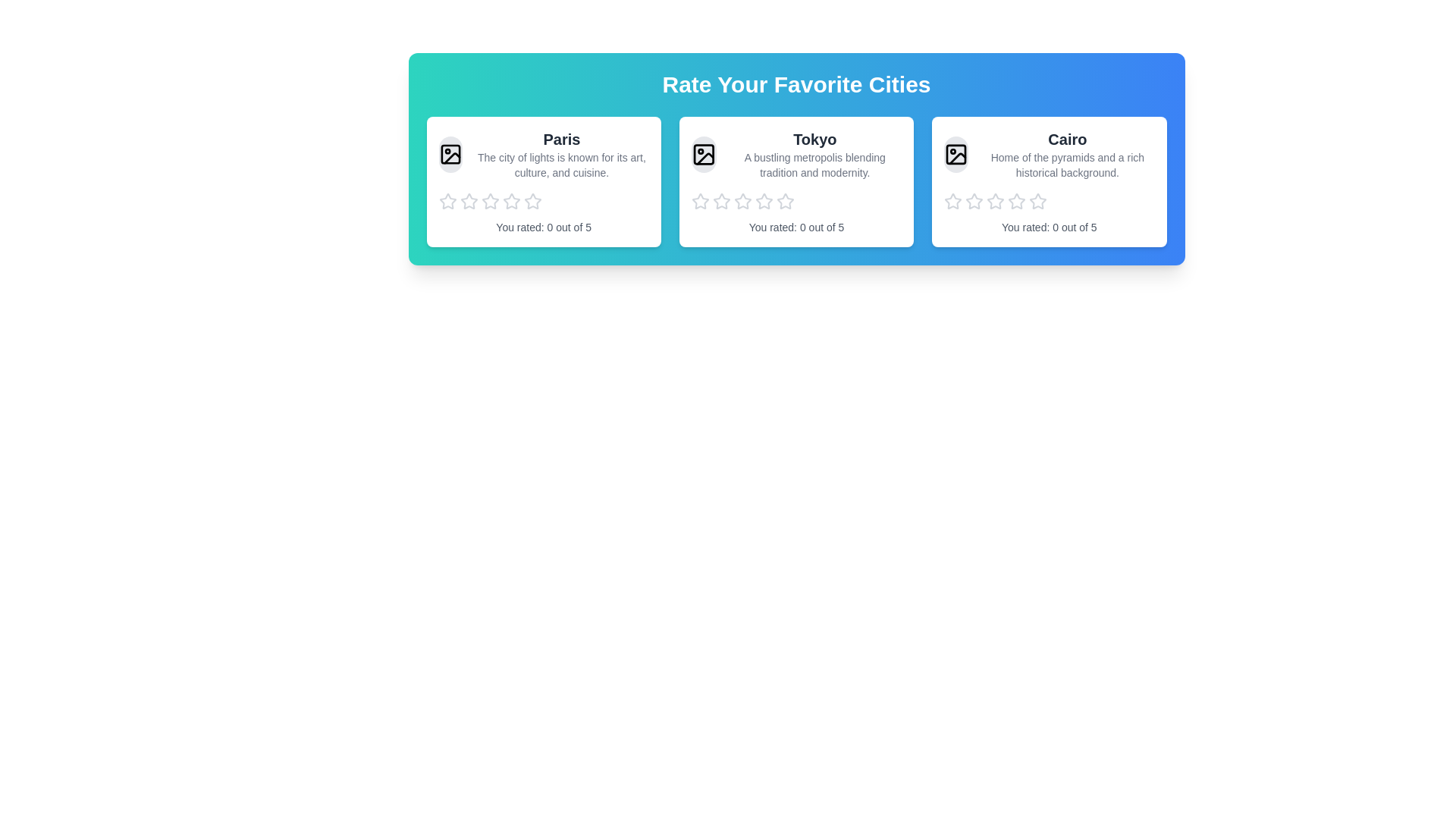 The image size is (1456, 819). What do you see at coordinates (720, 201) in the screenshot?
I see `the second star-shaped icon in the 5-star rating component for the 'Tokyo' card to give a 2-star rating` at bounding box center [720, 201].